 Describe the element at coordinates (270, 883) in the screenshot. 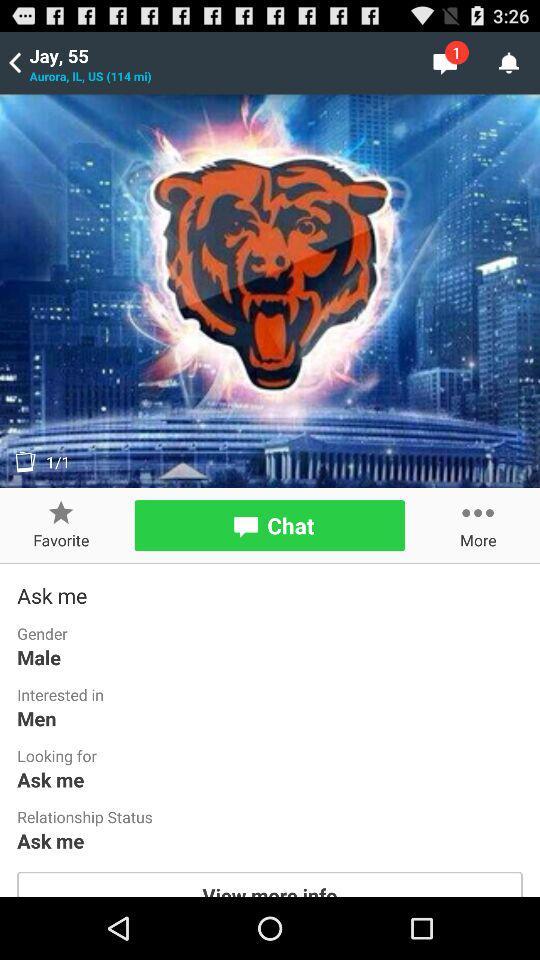

I see `the app below the ask me item` at that location.